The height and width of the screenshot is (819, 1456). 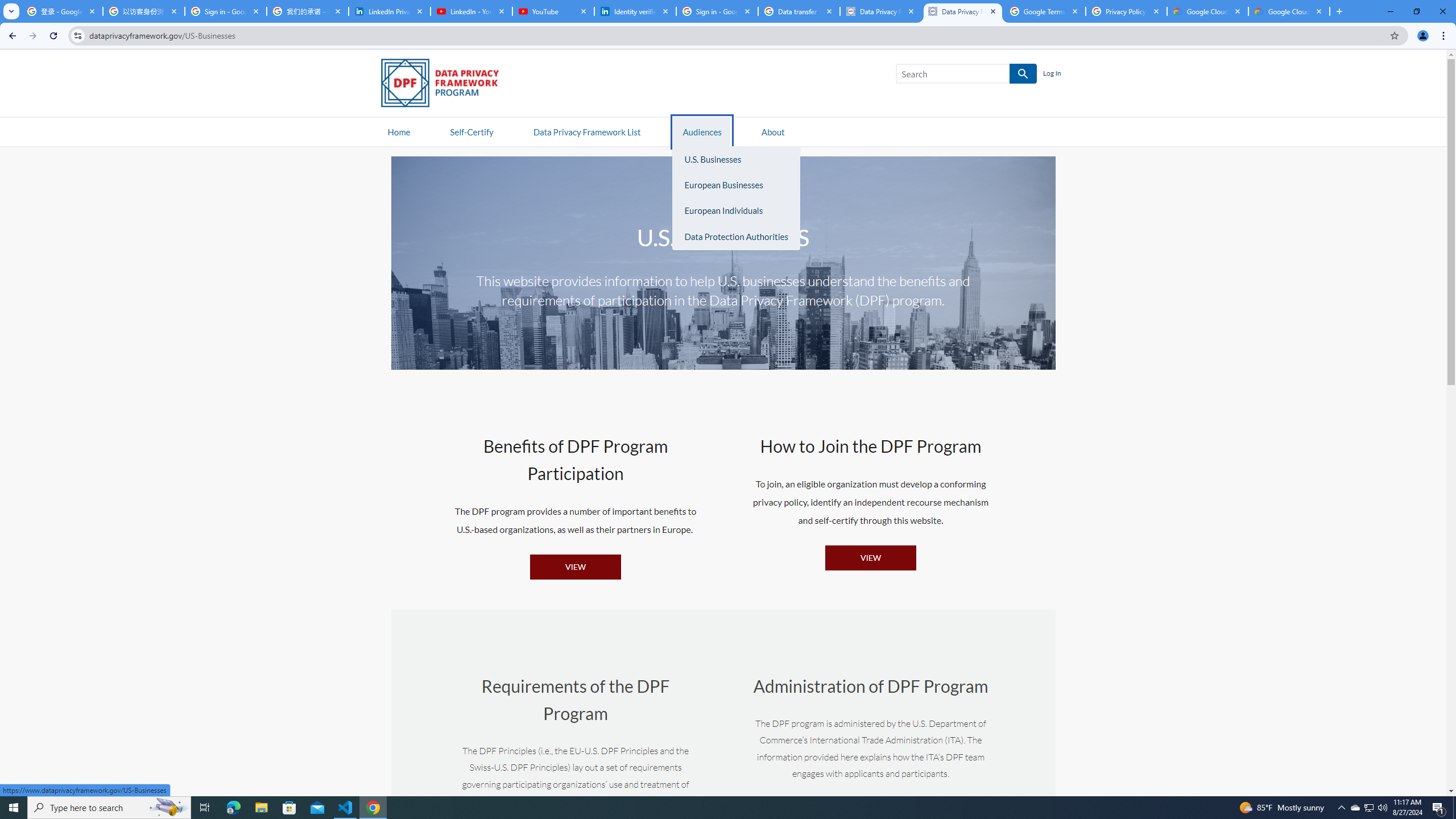 I want to click on 'Data Privacy Framework Logo - Link to Homepage', so click(x=445, y=85).